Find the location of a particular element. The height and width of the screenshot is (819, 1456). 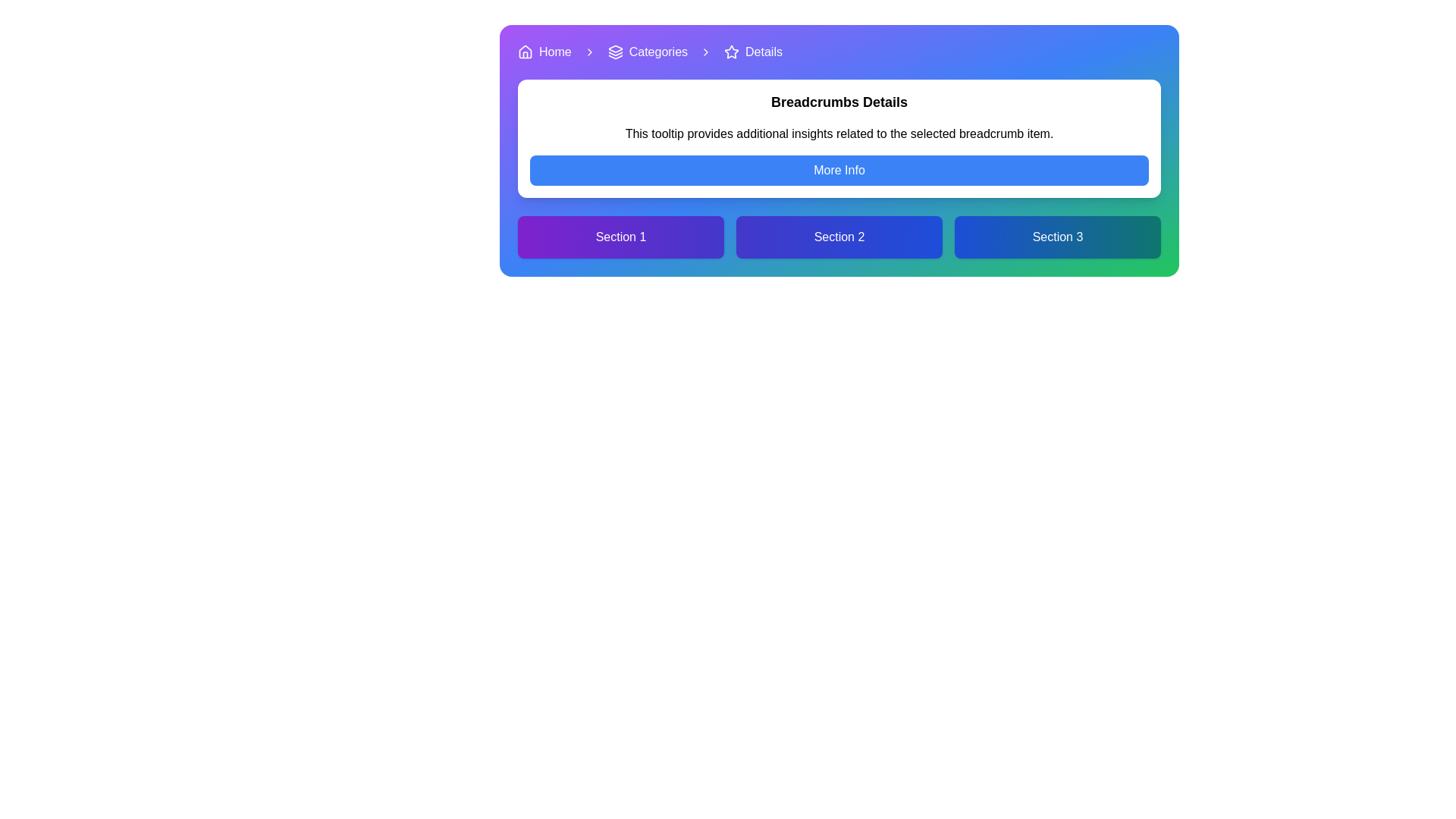

the visual icon in the breadcrumb navigation bar that indicates the 'Details' section is located at coordinates (731, 51).